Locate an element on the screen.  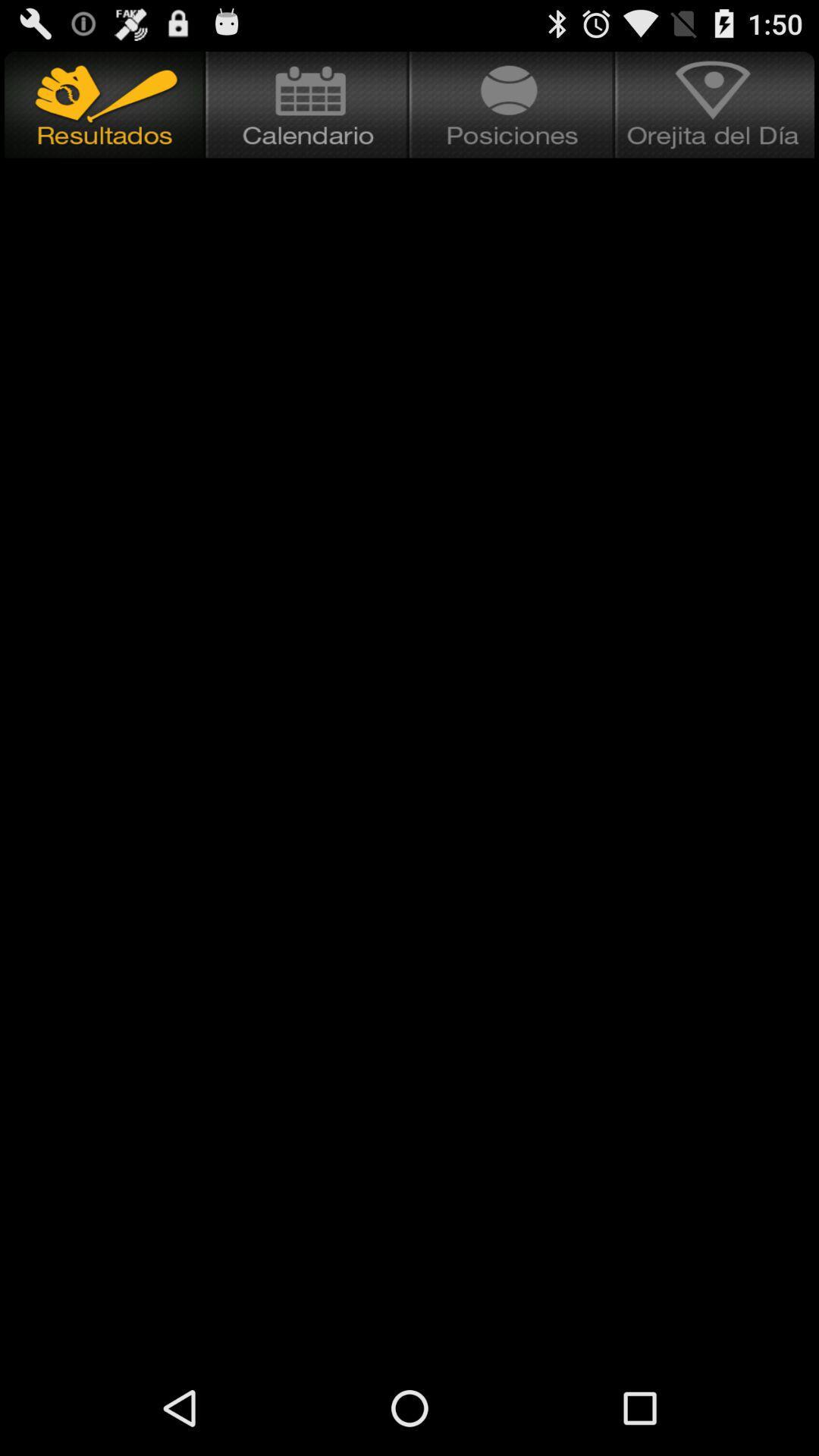
item at the top right corner is located at coordinates (717, 104).